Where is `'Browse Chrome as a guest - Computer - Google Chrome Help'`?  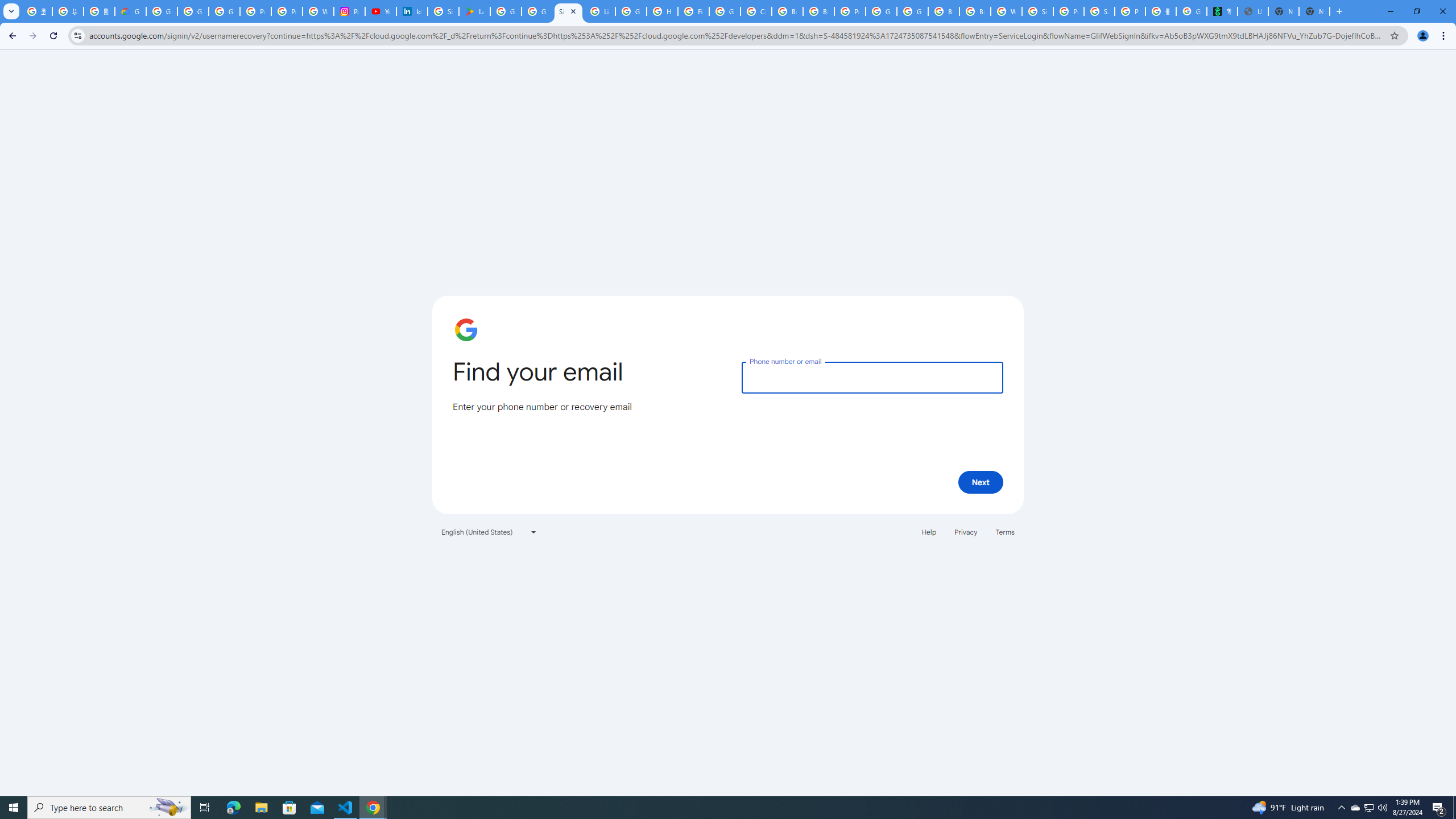 'Browse Chrome as a guest - Computer - Google Chrome Help' is located at coordinates (787, 11).